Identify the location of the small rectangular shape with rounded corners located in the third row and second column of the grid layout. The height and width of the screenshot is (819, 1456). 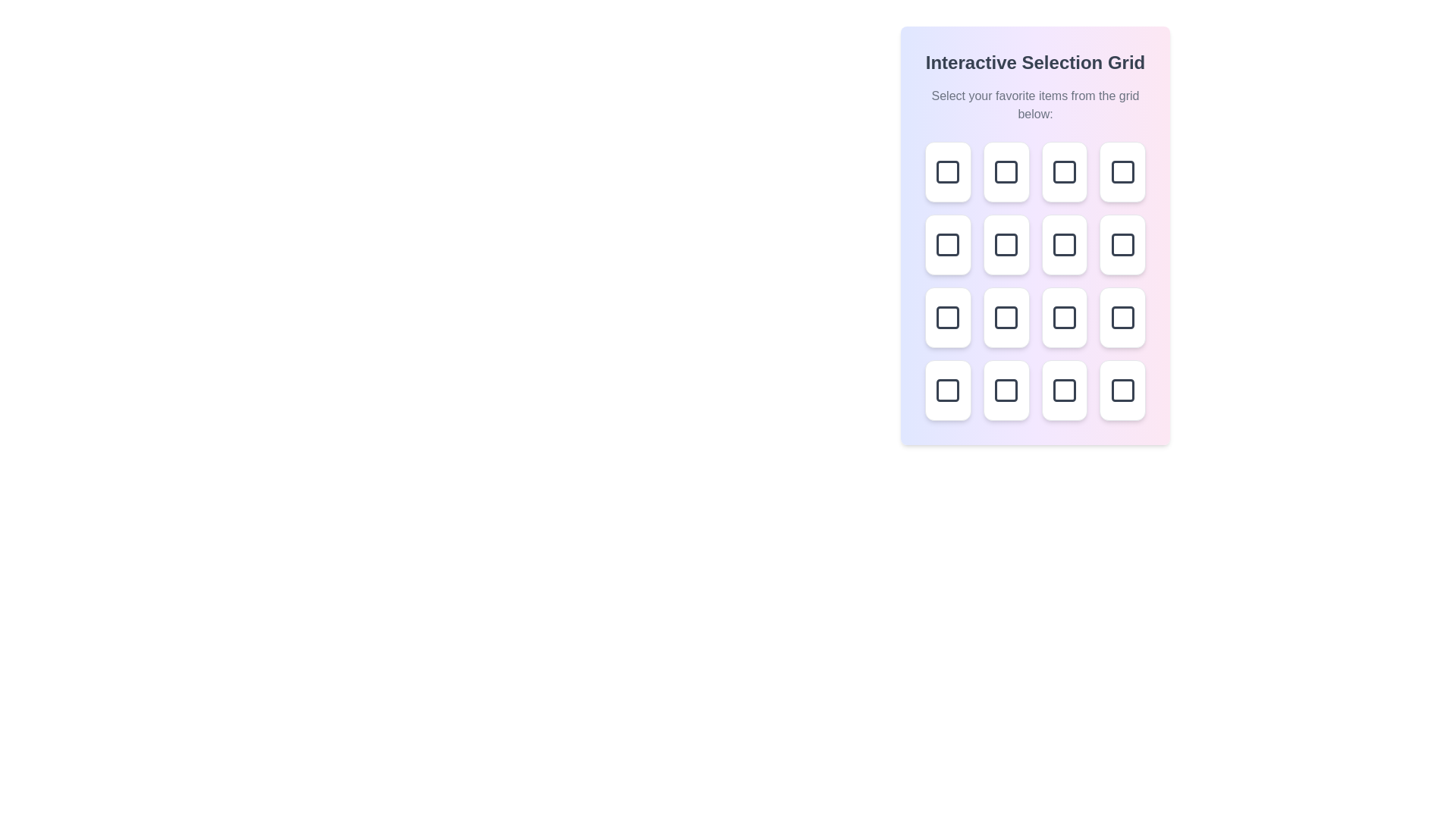
(1063, 244).